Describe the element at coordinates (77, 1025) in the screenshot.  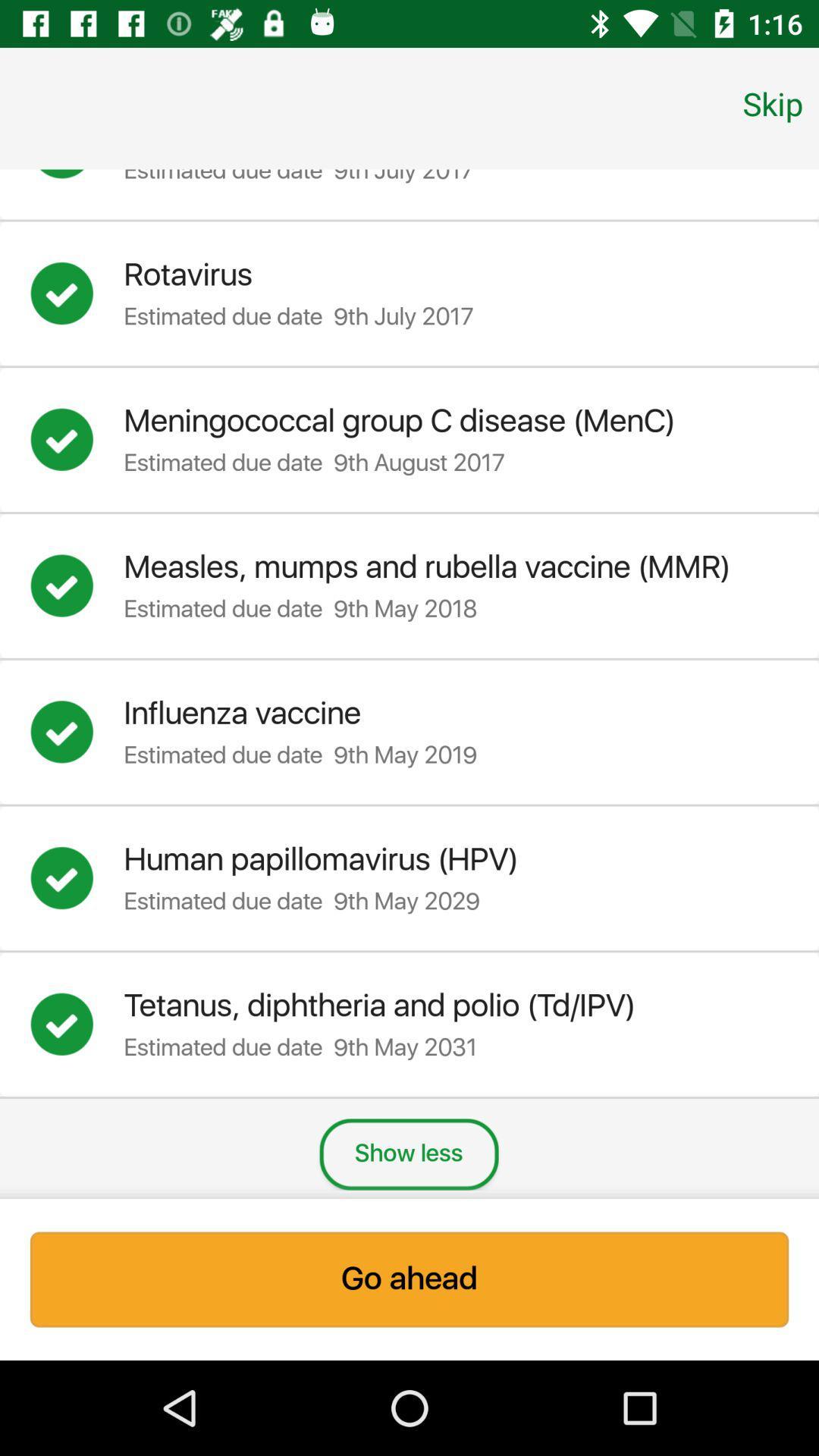
I see `deselect` at that location.